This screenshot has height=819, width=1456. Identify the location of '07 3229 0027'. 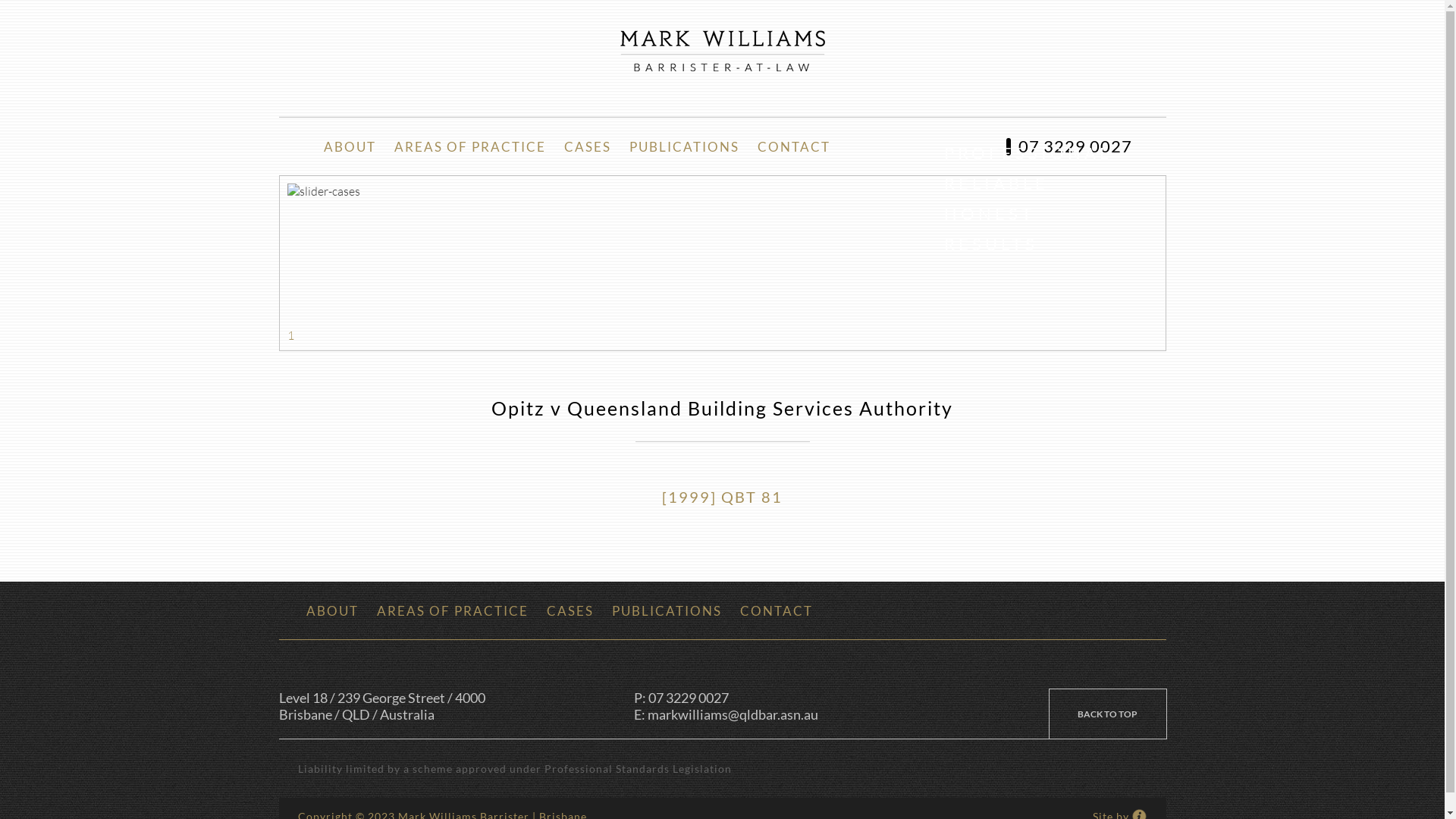
(1068, 146).